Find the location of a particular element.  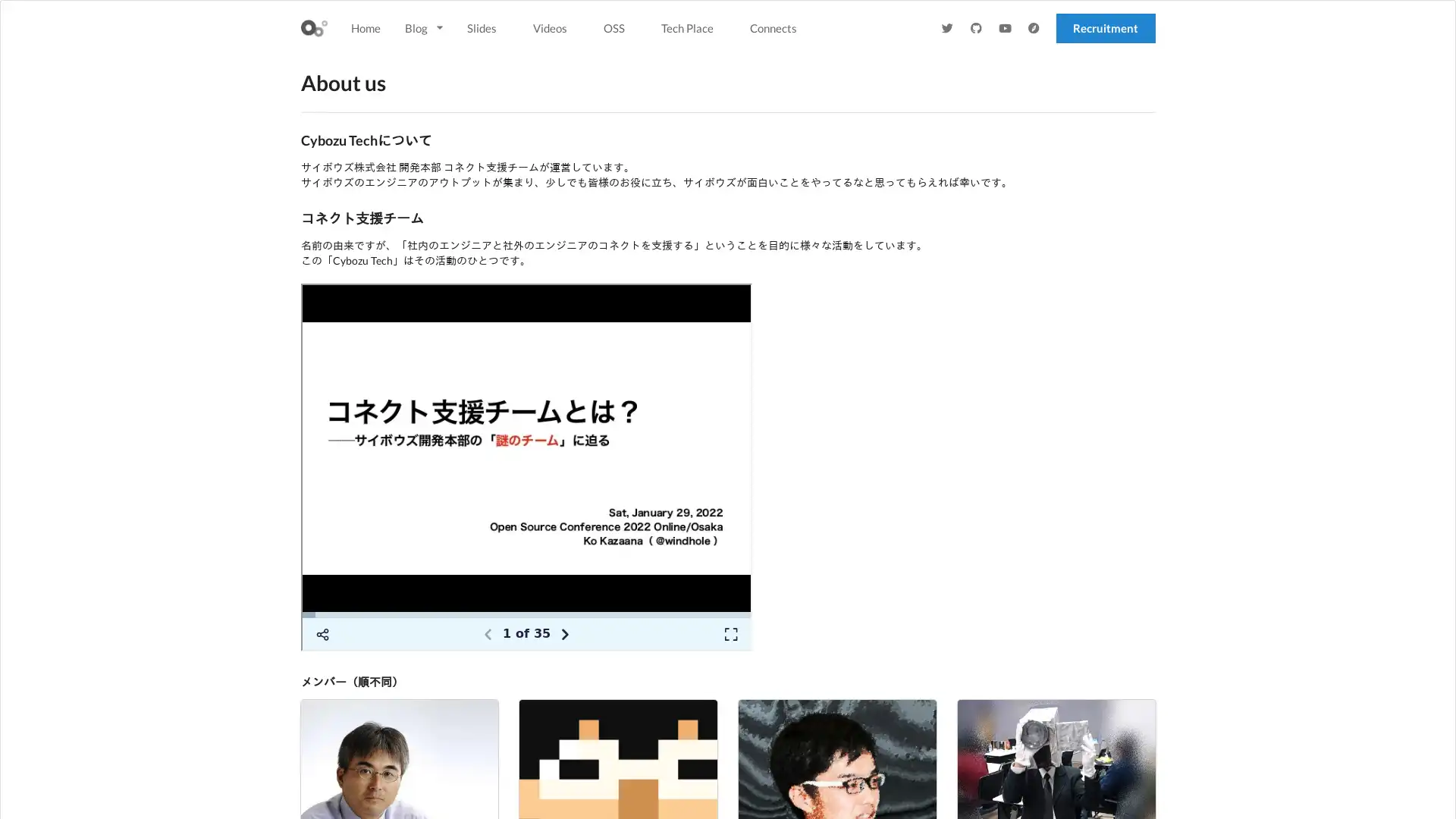

Recruitment is located at coordinates (1105, 28).